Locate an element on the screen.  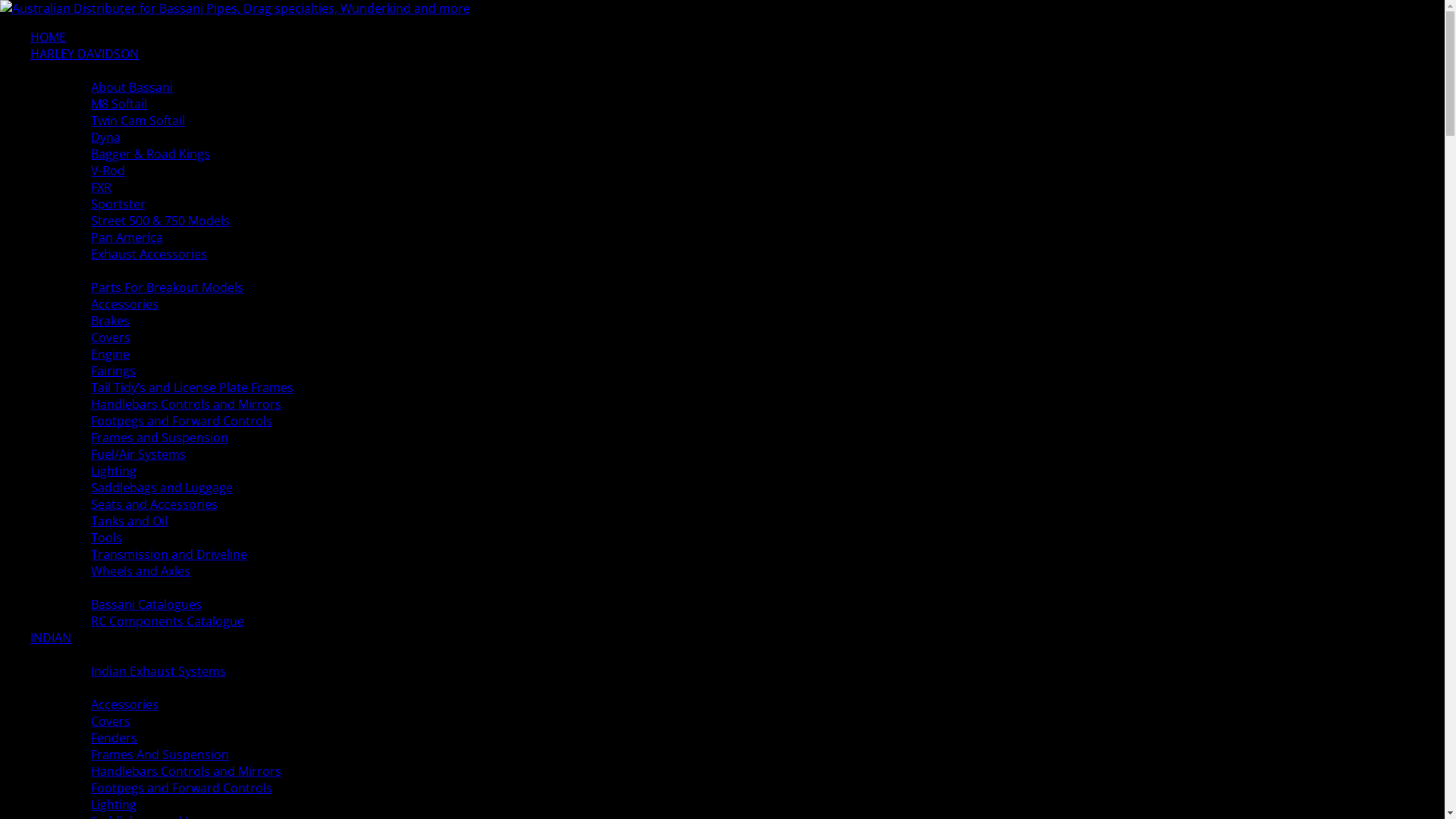
'Lighting' is located at coordinates (112, 803).